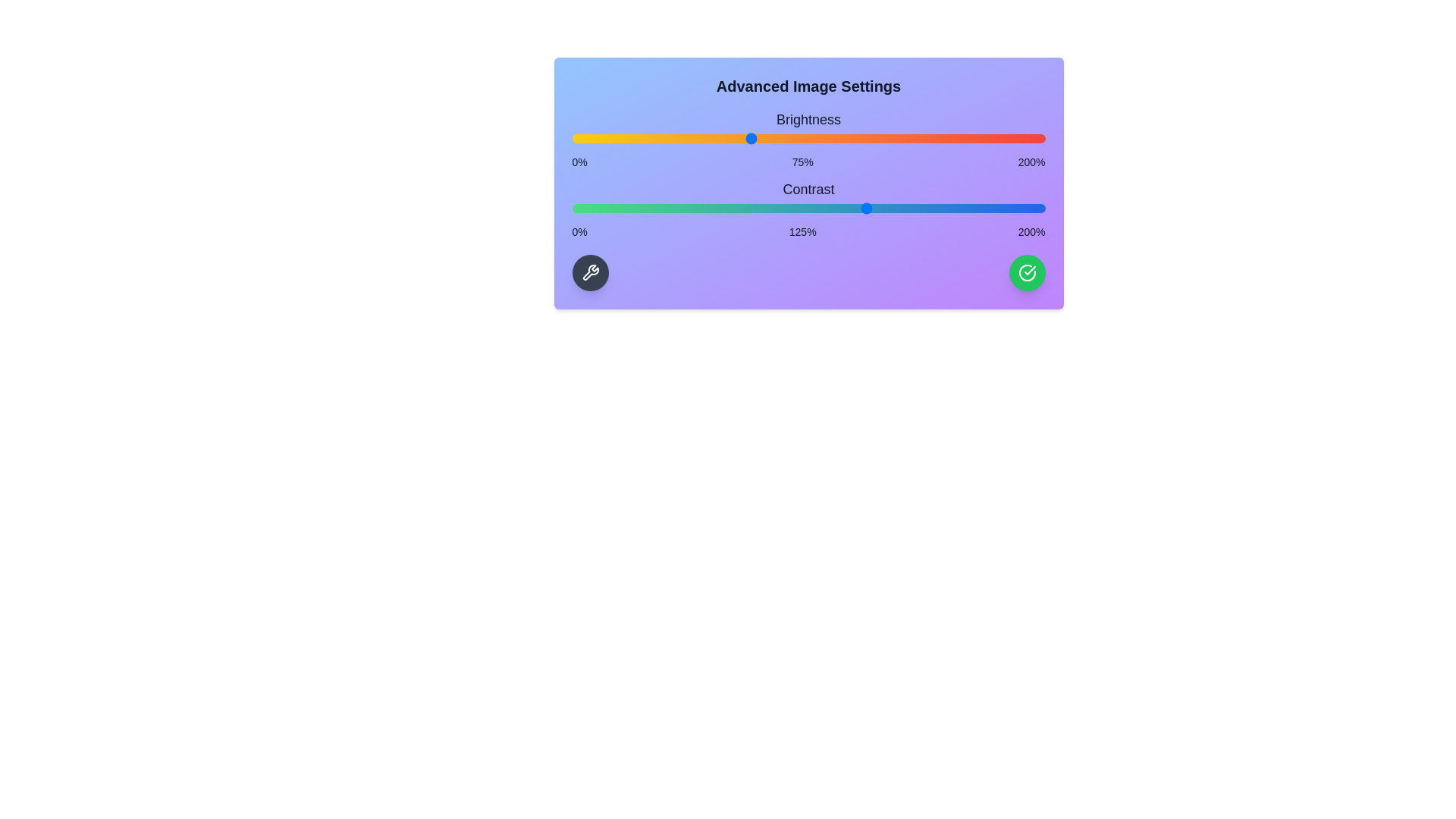  Describe the element at coordinates (589, 271) in the screenshot. I see `the wrench button to open the settings` at that location.